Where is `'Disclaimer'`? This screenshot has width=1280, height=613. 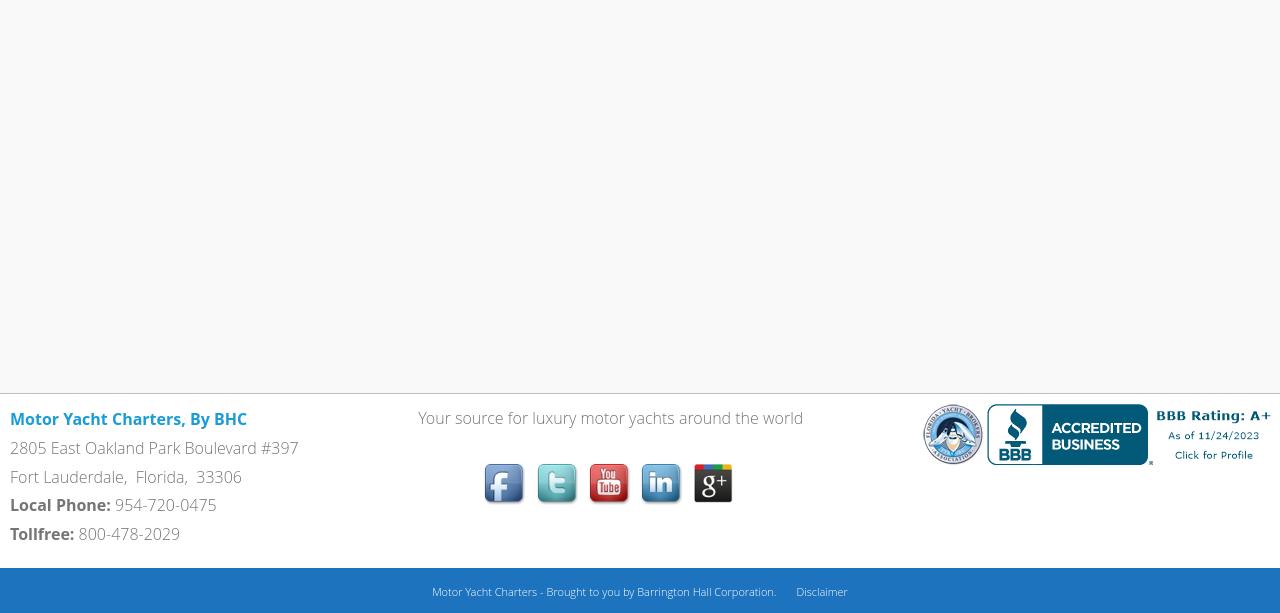 'Disclaimer' is located at coordinates (821, 589).